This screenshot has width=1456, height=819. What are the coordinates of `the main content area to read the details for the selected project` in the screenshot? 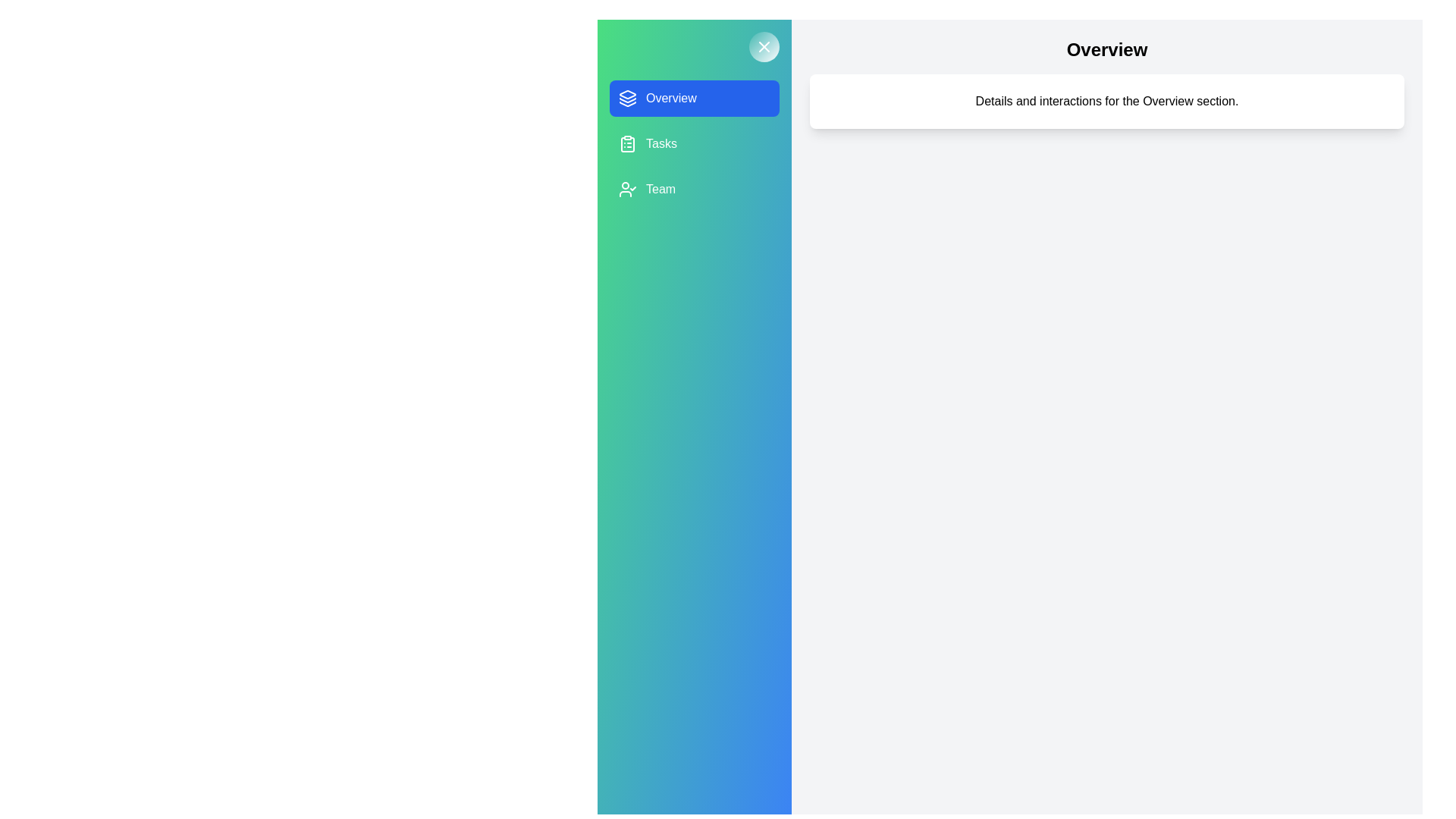 It's located at (1106, 102).